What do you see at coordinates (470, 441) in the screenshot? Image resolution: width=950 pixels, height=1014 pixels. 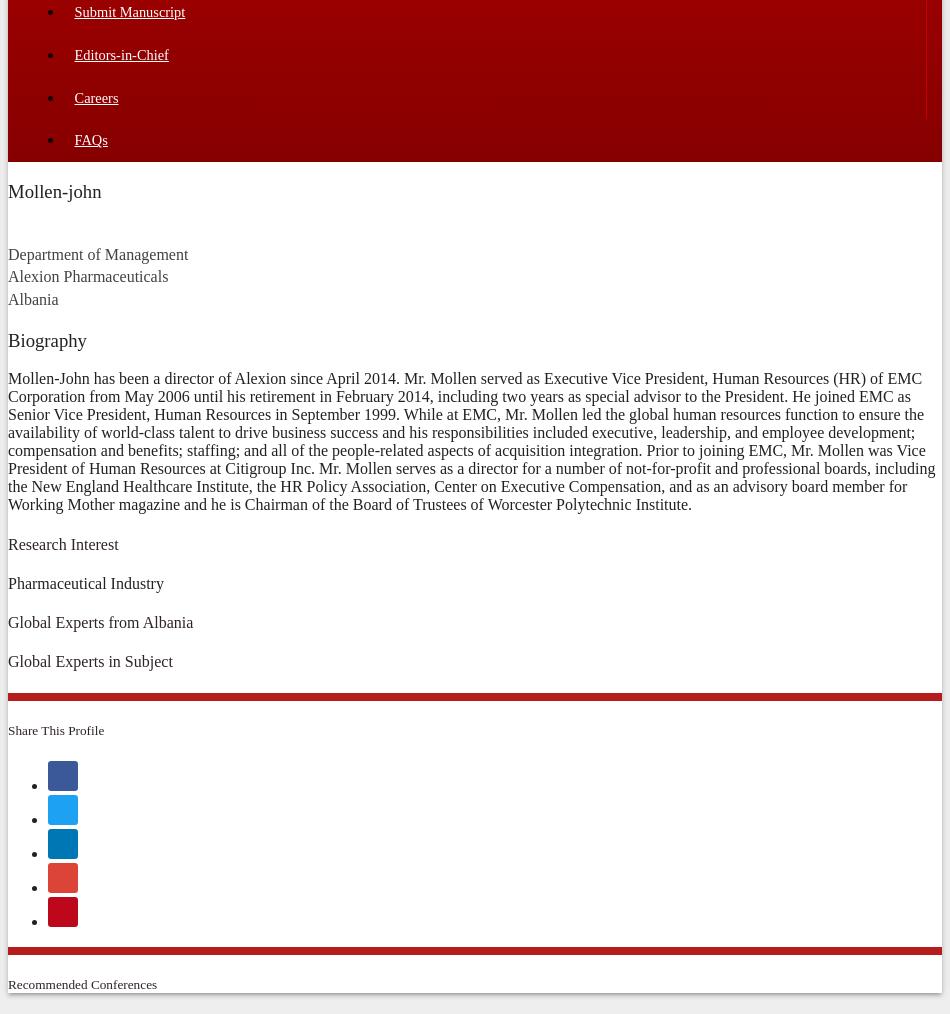 I see `'Mollen-John has been a director of Alexion since April 2014. Mr. Mollen served as Executive Vice President, Human Resources (HR) of EMC Corporation from May 2006 until his retirement in February 2014, including two years as special advisor to the President. He joined EMC as Senior Vice President, Human Resources in September 1999. While at EMC, Mr. Mollen led the global human resources function to ensure the availability of world-class talent to drive business success and his responsibilities included executive, leadership, and employee development; compensation and benefits; staffing; and all of the people-related aspects of acquisition integration. Prior to joining EMC, Mr. Mollen was Vice President of Human Resources at Citigroup Inc. Mr. Mollen serves as a director for a number of not-for-profit and professional boards, including the New England Healthcare Institute, the HR Policy Association, Center on Executive Compensation, and as an advisory board member for Working Mother magazine and he is Chairman of the Board of Trustees of Worcester Polytechnic Institute.'` at bounding box center [470, 441].